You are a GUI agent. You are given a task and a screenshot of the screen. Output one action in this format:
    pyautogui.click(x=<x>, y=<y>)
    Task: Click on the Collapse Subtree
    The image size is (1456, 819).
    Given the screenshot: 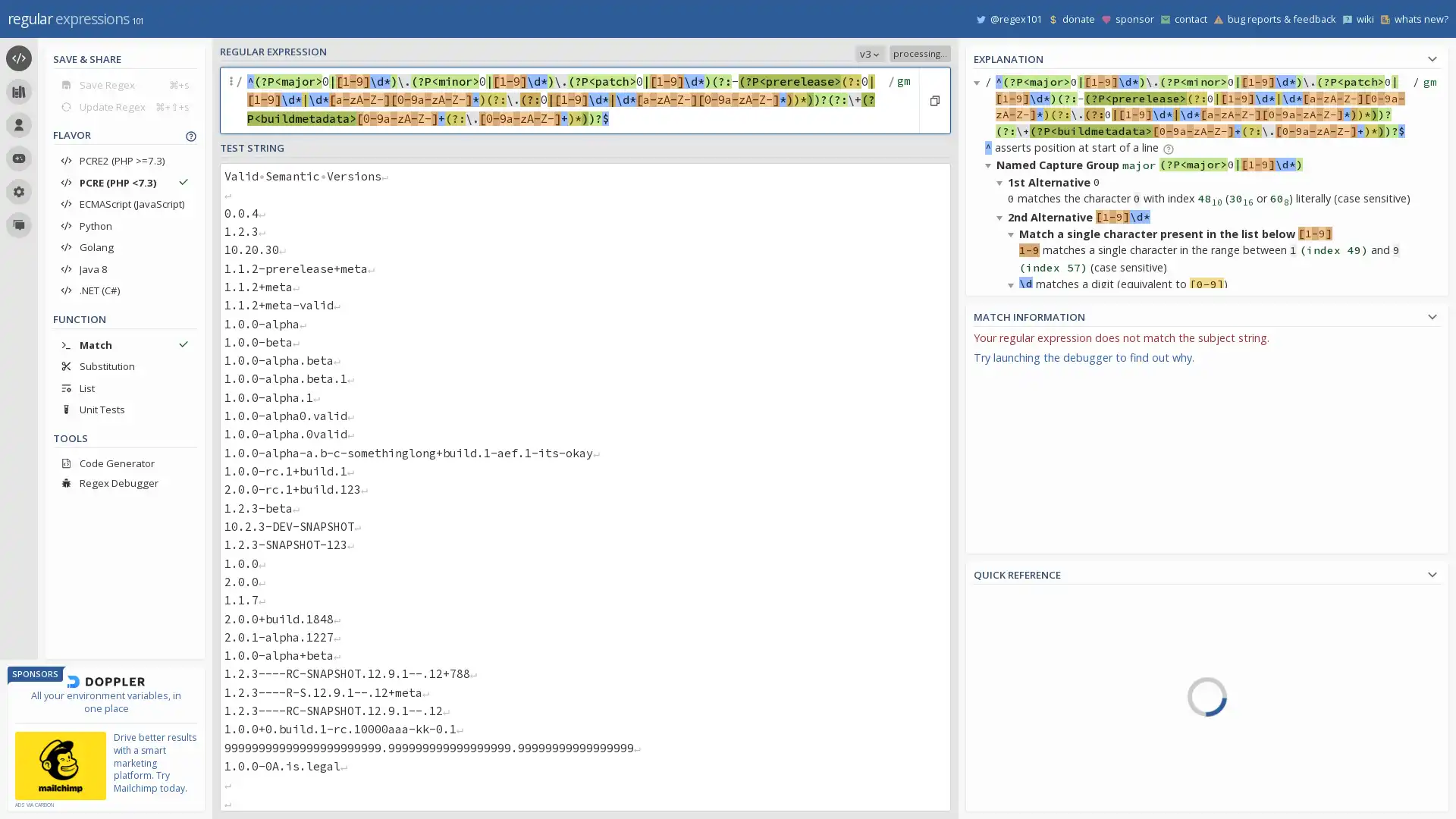 What is the action you would take?
    pyautogui.click(x=1002, y=406)
    